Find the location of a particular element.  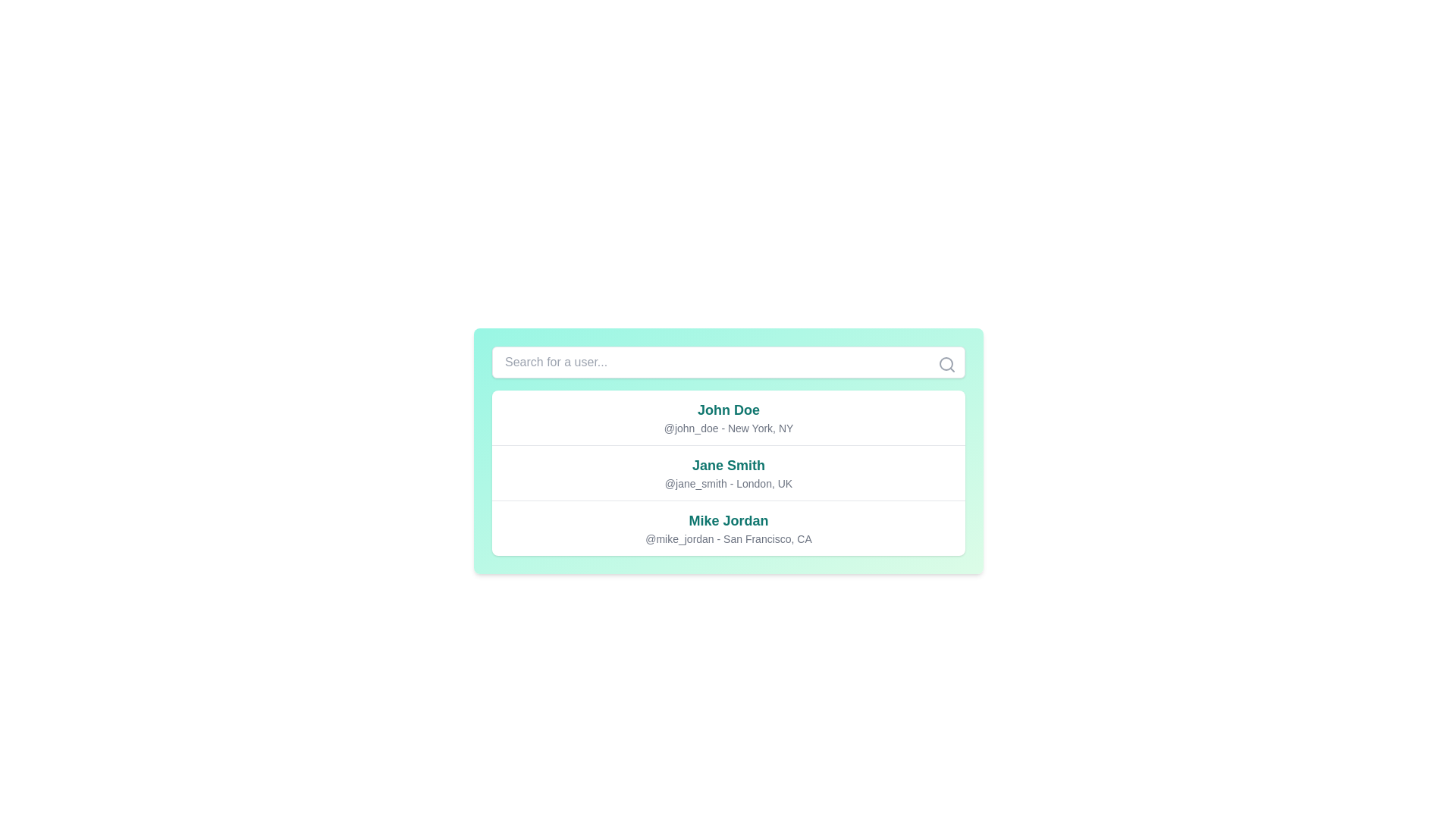

on the second list item displaying 'Jane Smith' in bold teal-colored font, which includes the text '@jane_smith - London, UK' in a smaller gray font is located at coordinates (728, 472).